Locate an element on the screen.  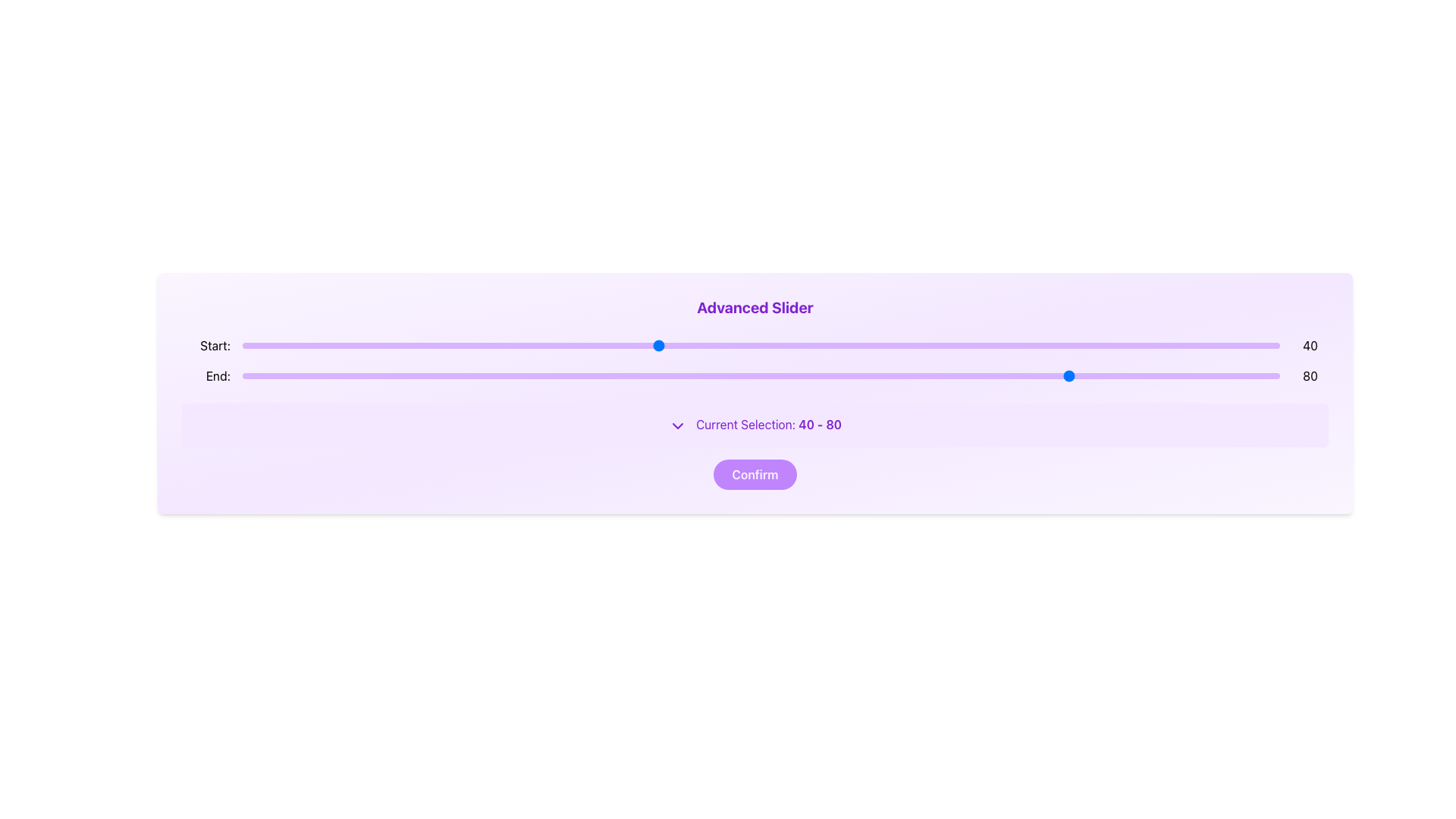
the start slider is located at coordinates (802, 345).